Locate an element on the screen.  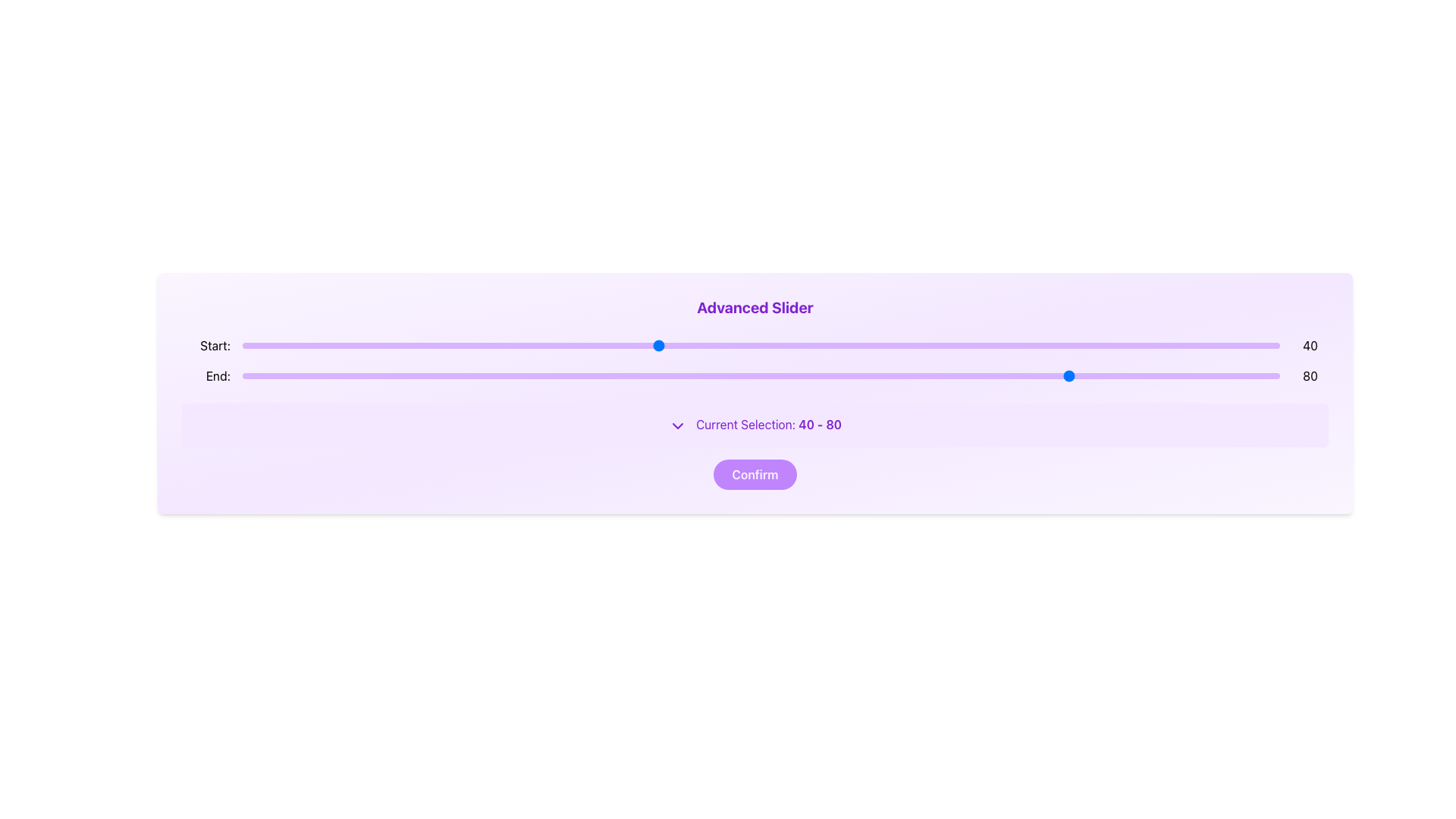
the start slider is located at coordinates (802, 345).